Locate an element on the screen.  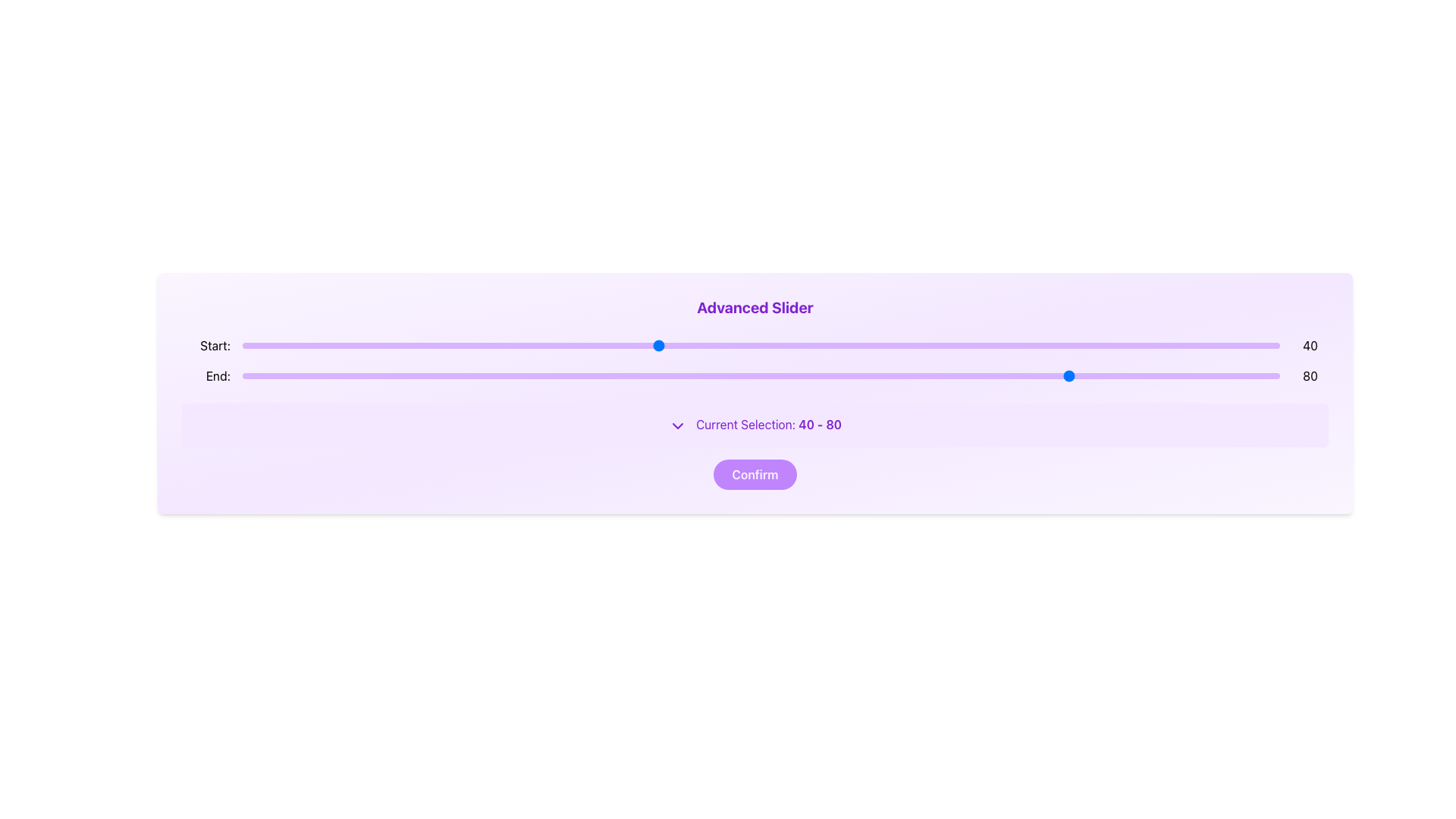
the start slider is located at coordinates (802, 345).